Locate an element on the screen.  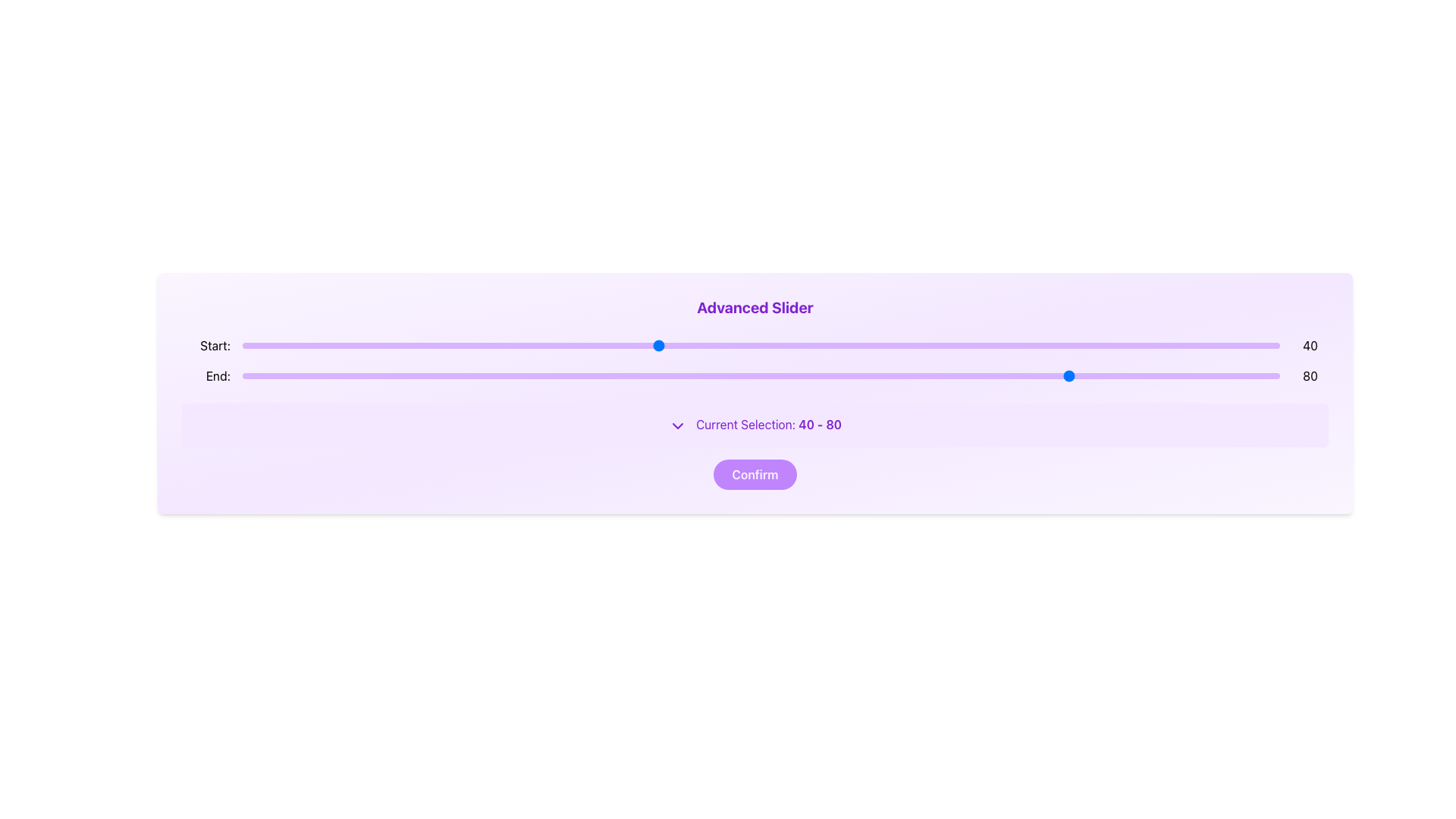
the start slider is located at coordinates (802, 345).